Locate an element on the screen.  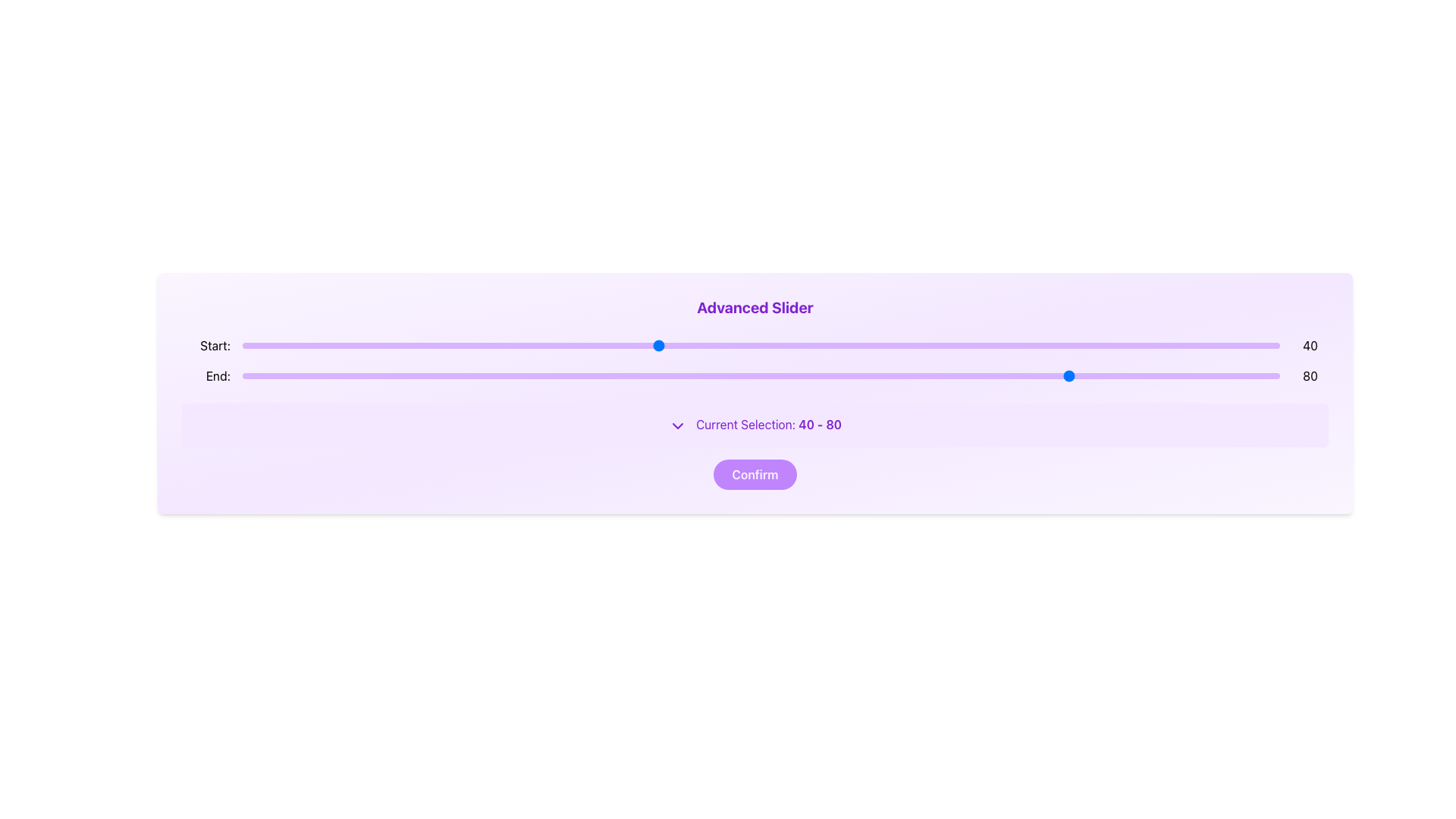
the start slider is located at coordinates (802, 345).